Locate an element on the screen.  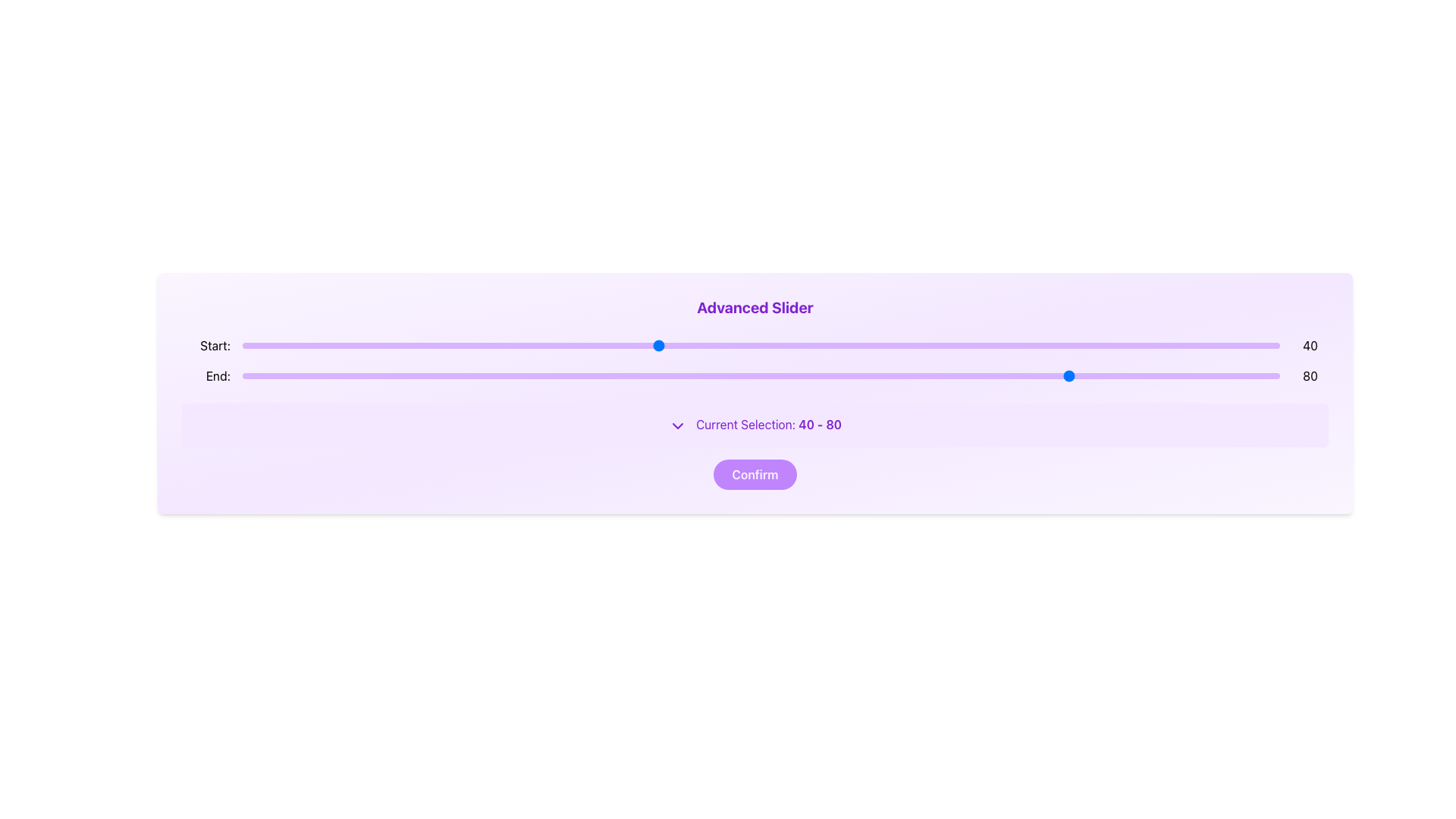
the start slider is located at coordinates (802, 345).